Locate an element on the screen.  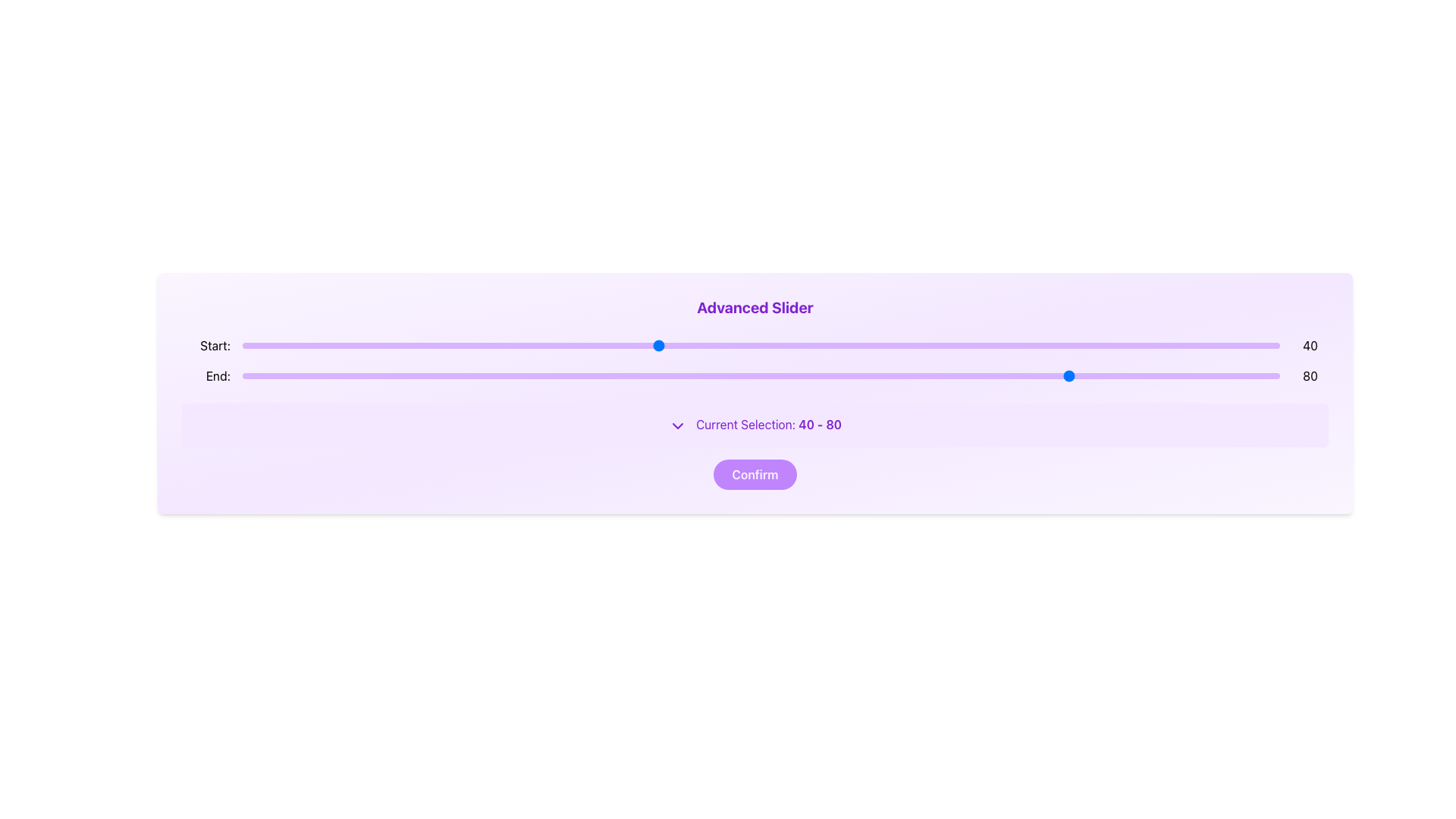
the start slider is located at coordinates (802, 345).